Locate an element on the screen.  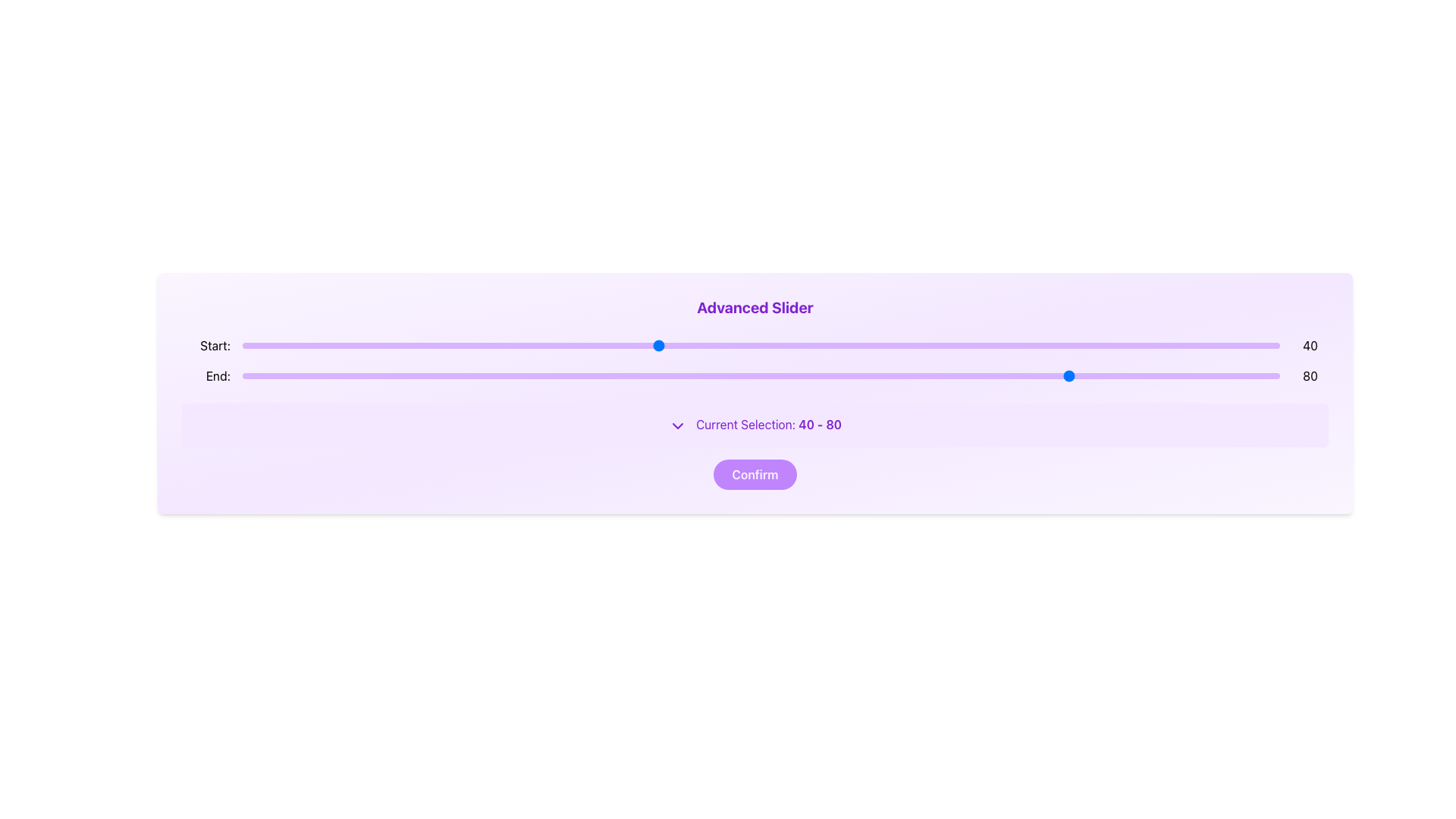
the start slider is located at coordinates (802, 345).